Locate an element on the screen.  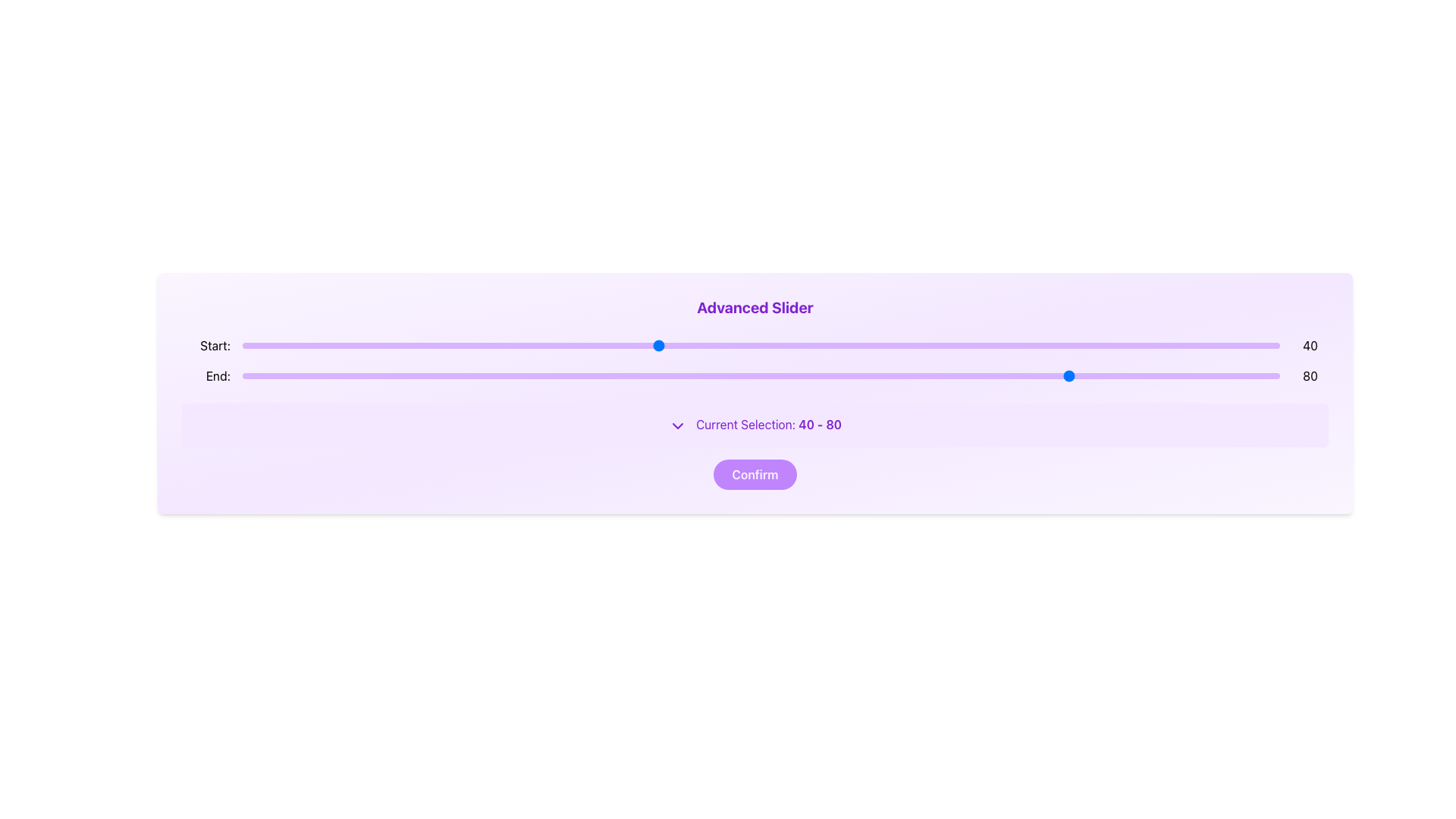
the start slider is located at coordinates (802, 345).